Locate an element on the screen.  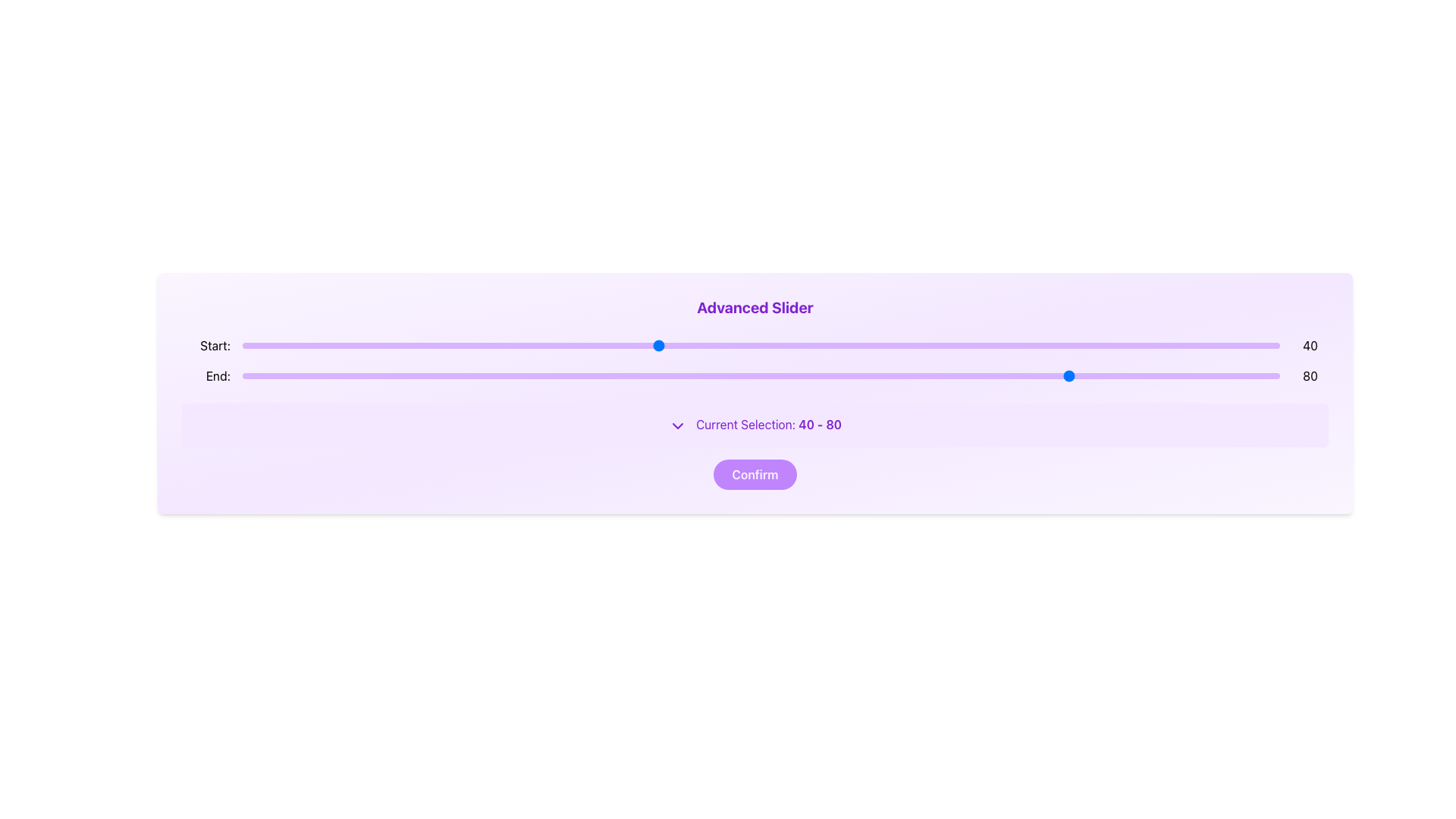
the start slider is located at coordinates (802, 345).